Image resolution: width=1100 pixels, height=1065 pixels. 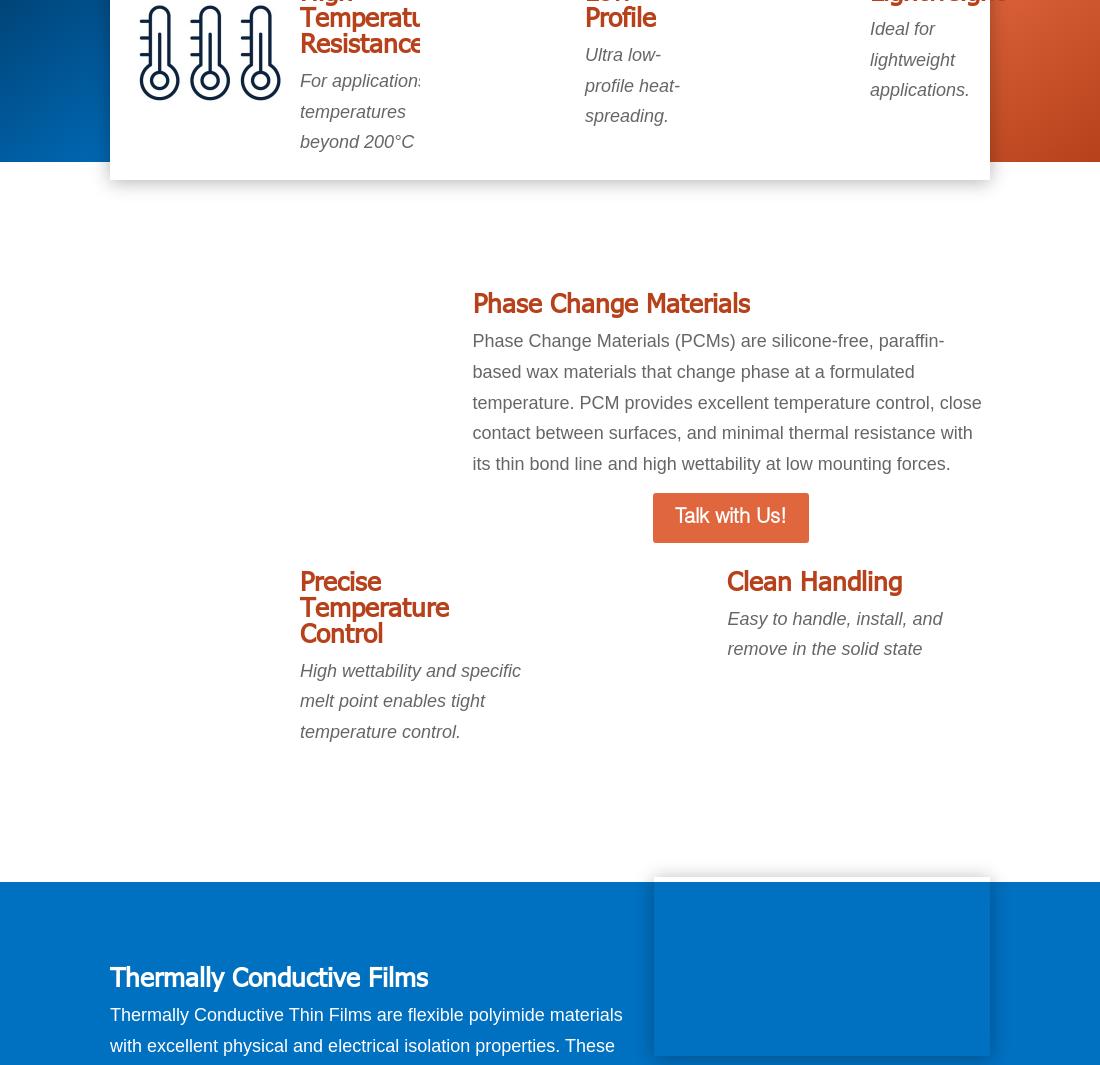 I want to click on 'Phase Change Materials (PCMs) are silicone-free, paraffin-based wax materials that change phase at a formulated temperature. PCM provides excellent temperature control, close contact between surfaces, and minimal thermal resistance with its thin bond line and high wettability at low mounting forces.', so click(x=725, y=401).